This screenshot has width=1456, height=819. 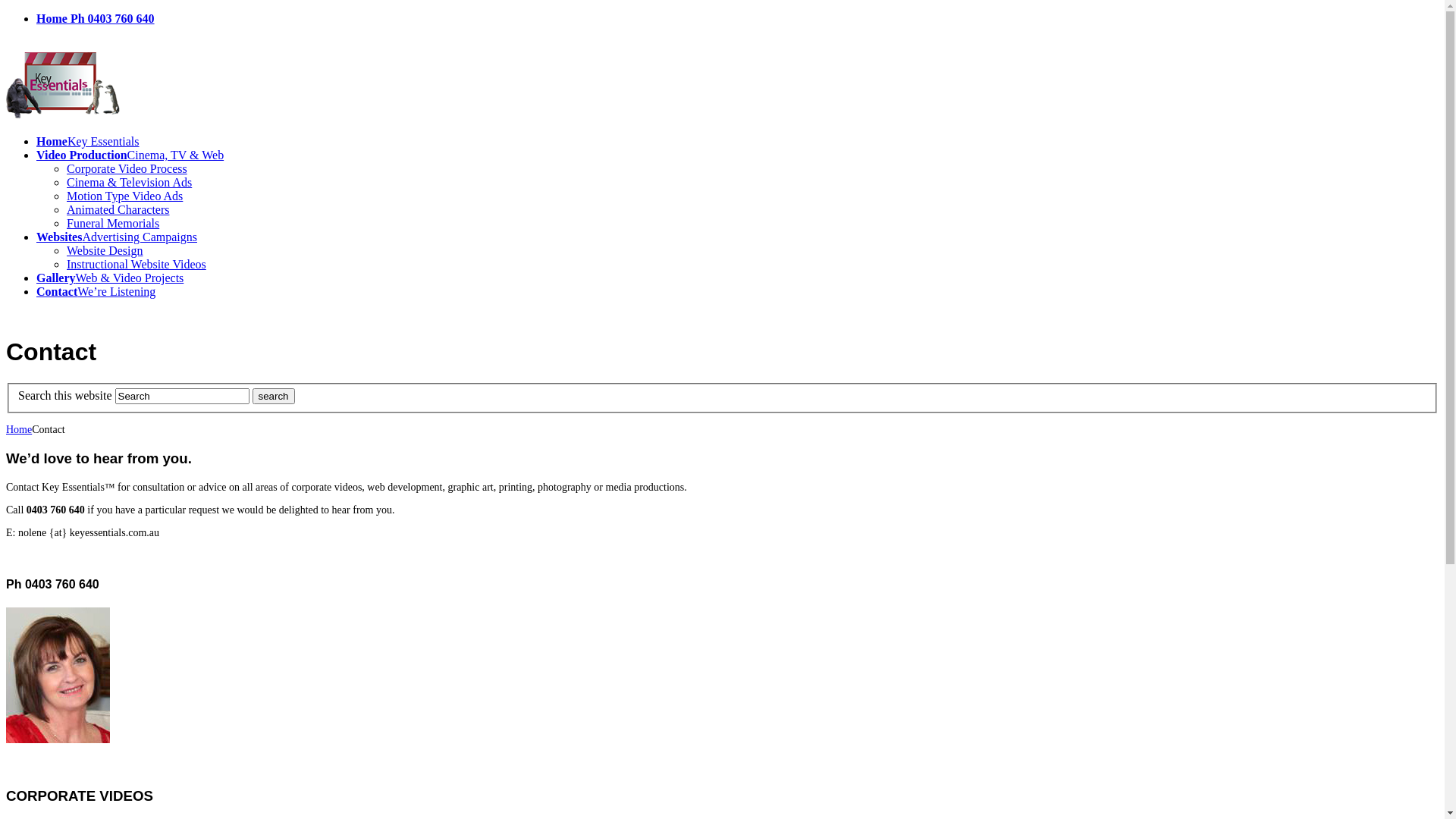 I want to click on 'Home Ph 0403 760 640', so click(x=94, y=18).